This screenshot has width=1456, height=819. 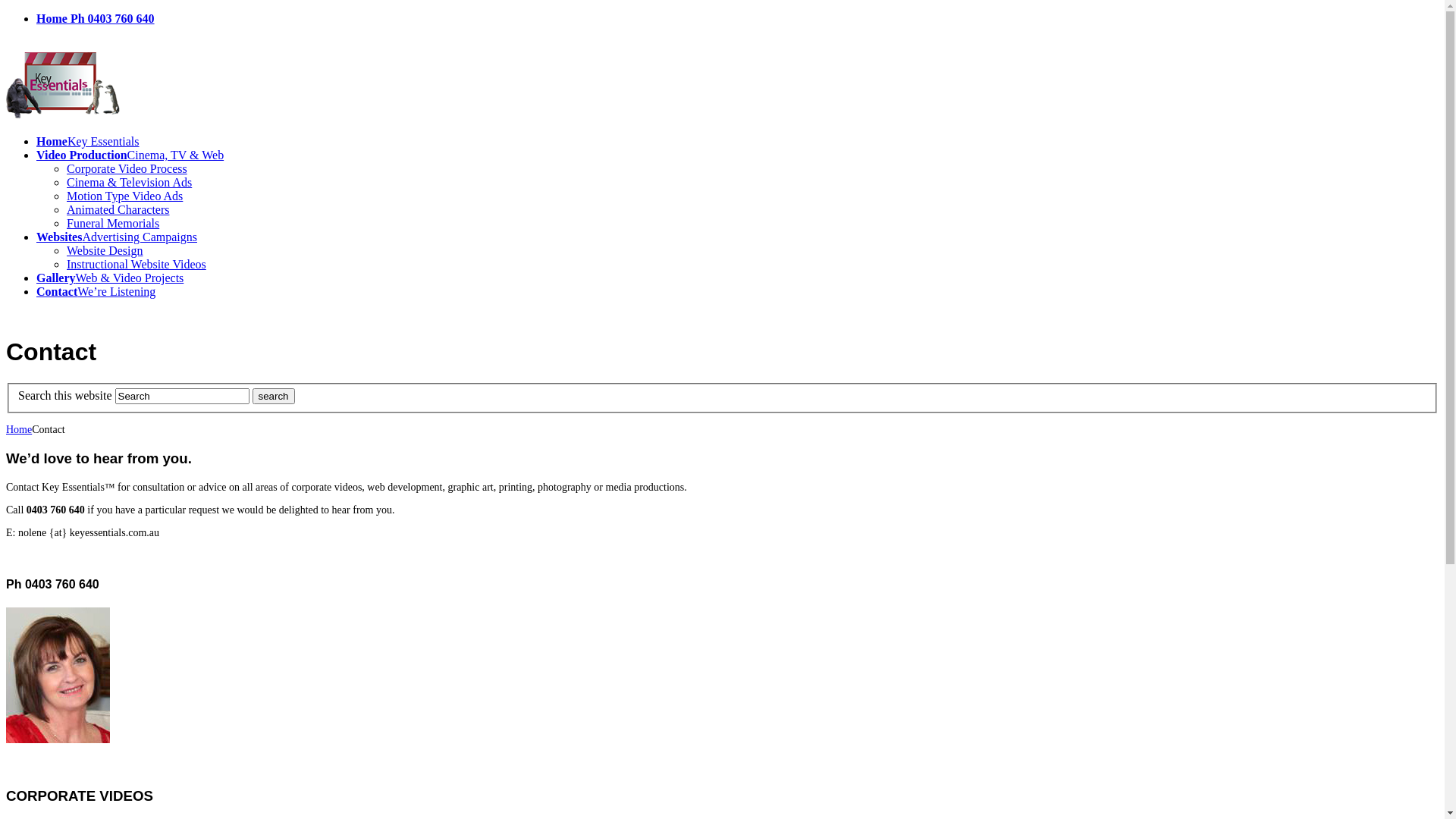 I want to click on 'Home Ph 0403 760 640', so click(x=94, y=18).